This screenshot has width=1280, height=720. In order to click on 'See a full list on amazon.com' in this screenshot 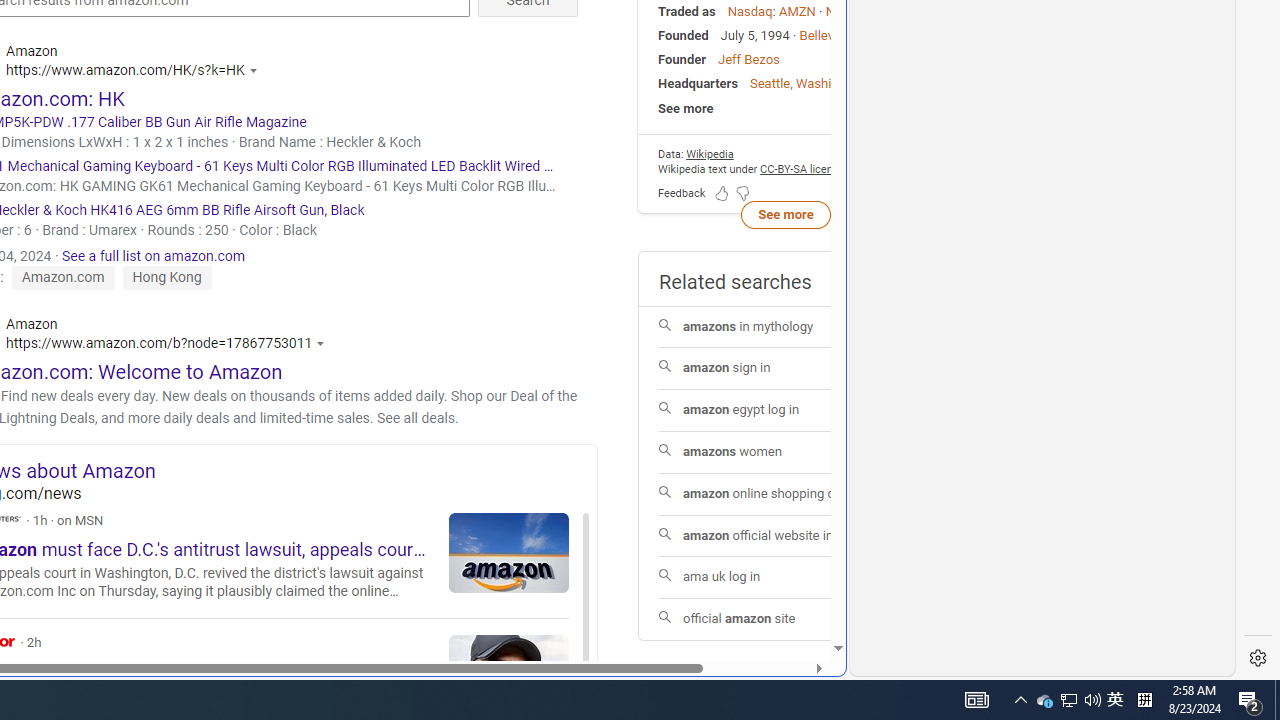, I will do `click(152, 254)`.